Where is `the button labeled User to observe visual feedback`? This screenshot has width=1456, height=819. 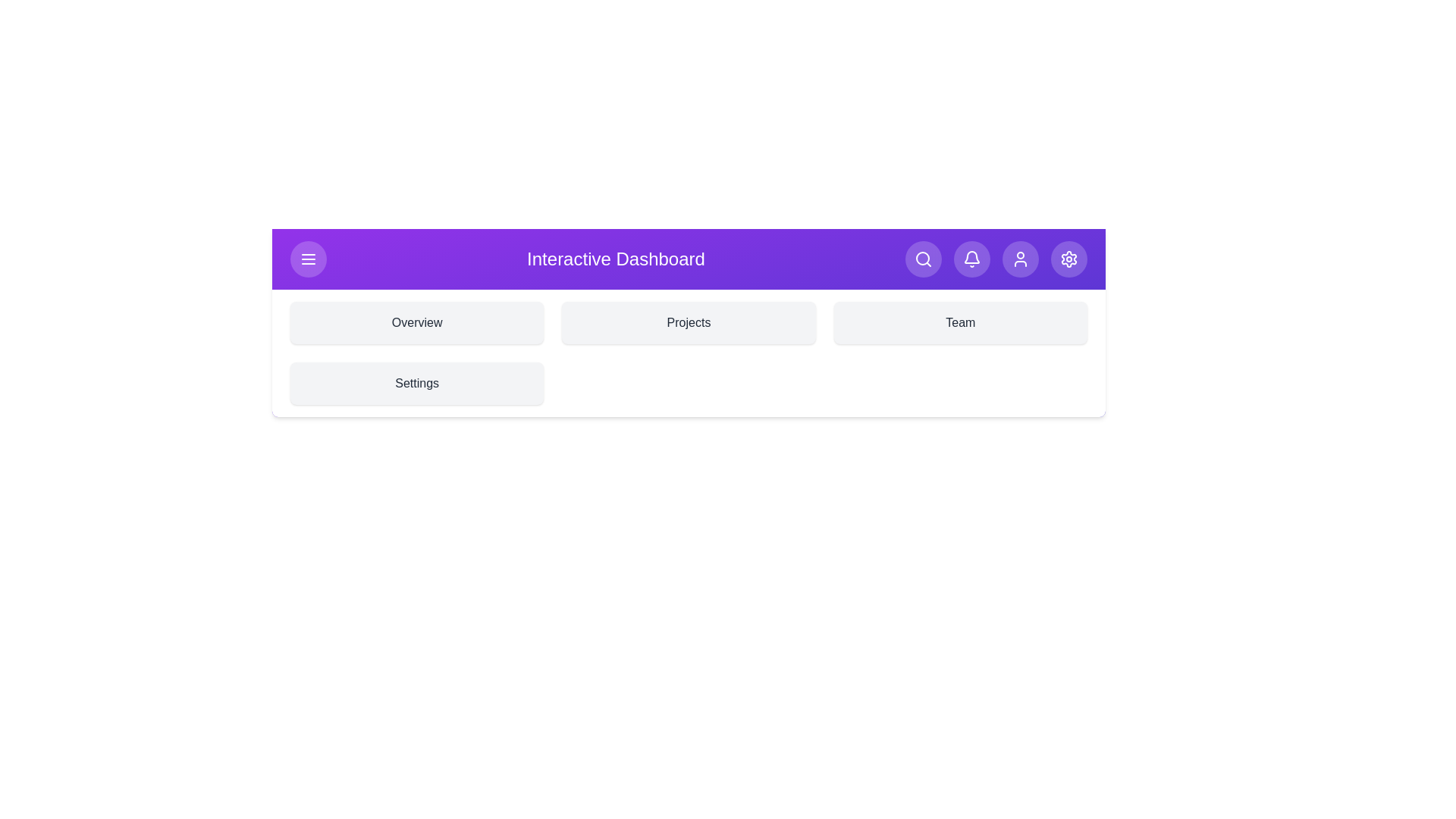 the button labeled User to observe visual feedback is located at coordinates (1019, 259).